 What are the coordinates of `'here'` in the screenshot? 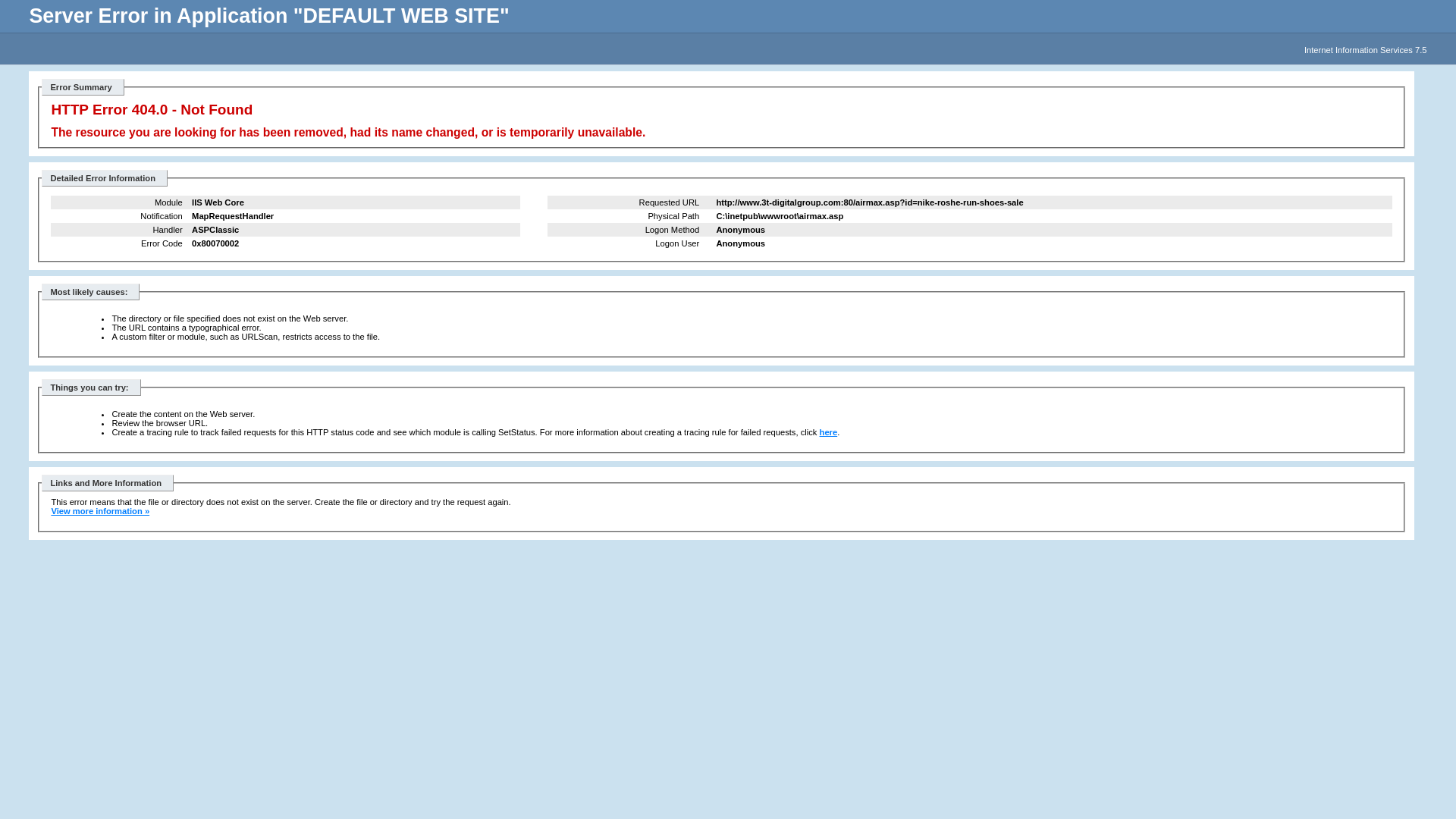 It's located at (828, 432).